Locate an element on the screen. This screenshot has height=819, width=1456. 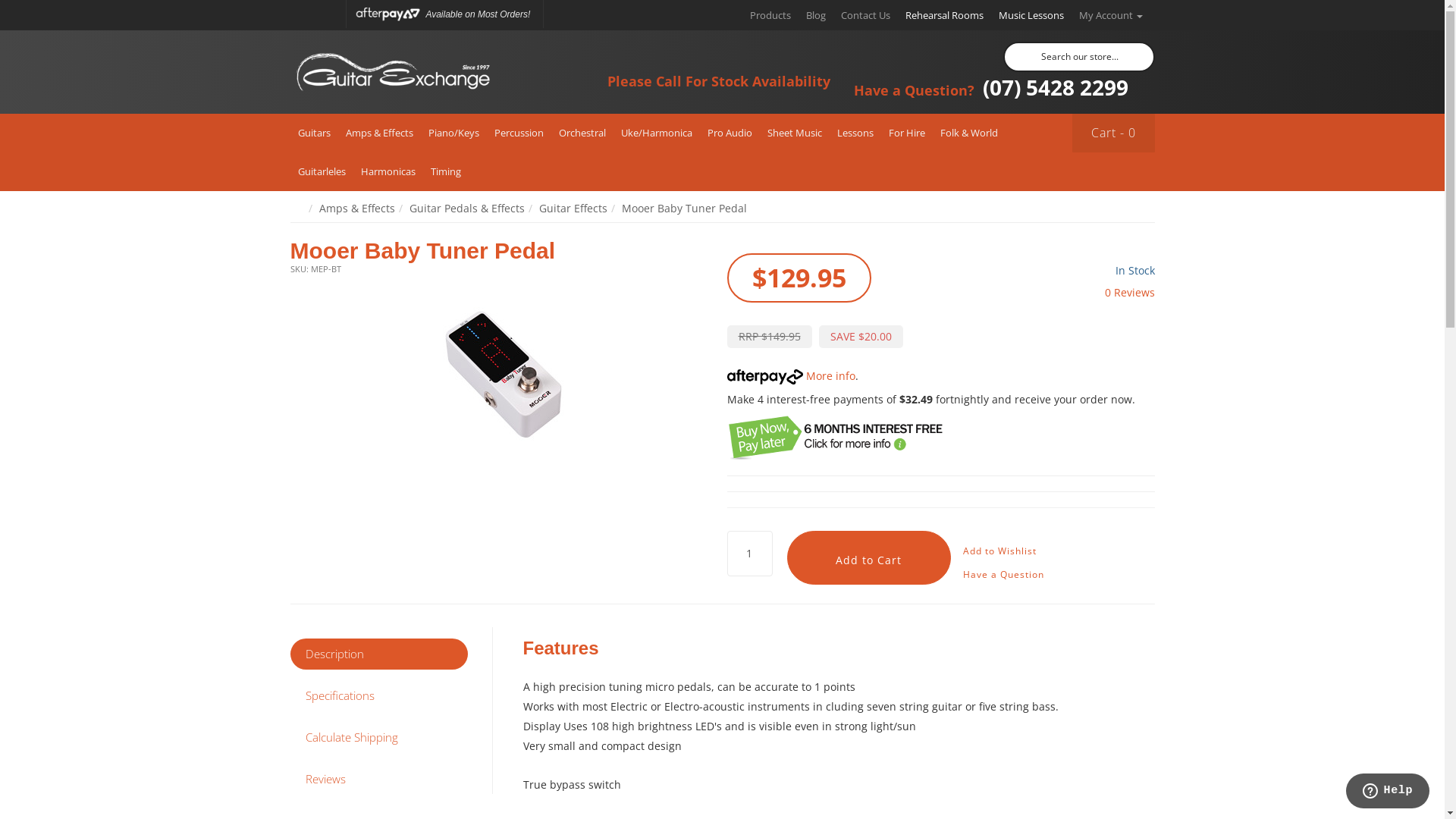
'Rehearsal Rooms' is located at coordinates (898, 14).